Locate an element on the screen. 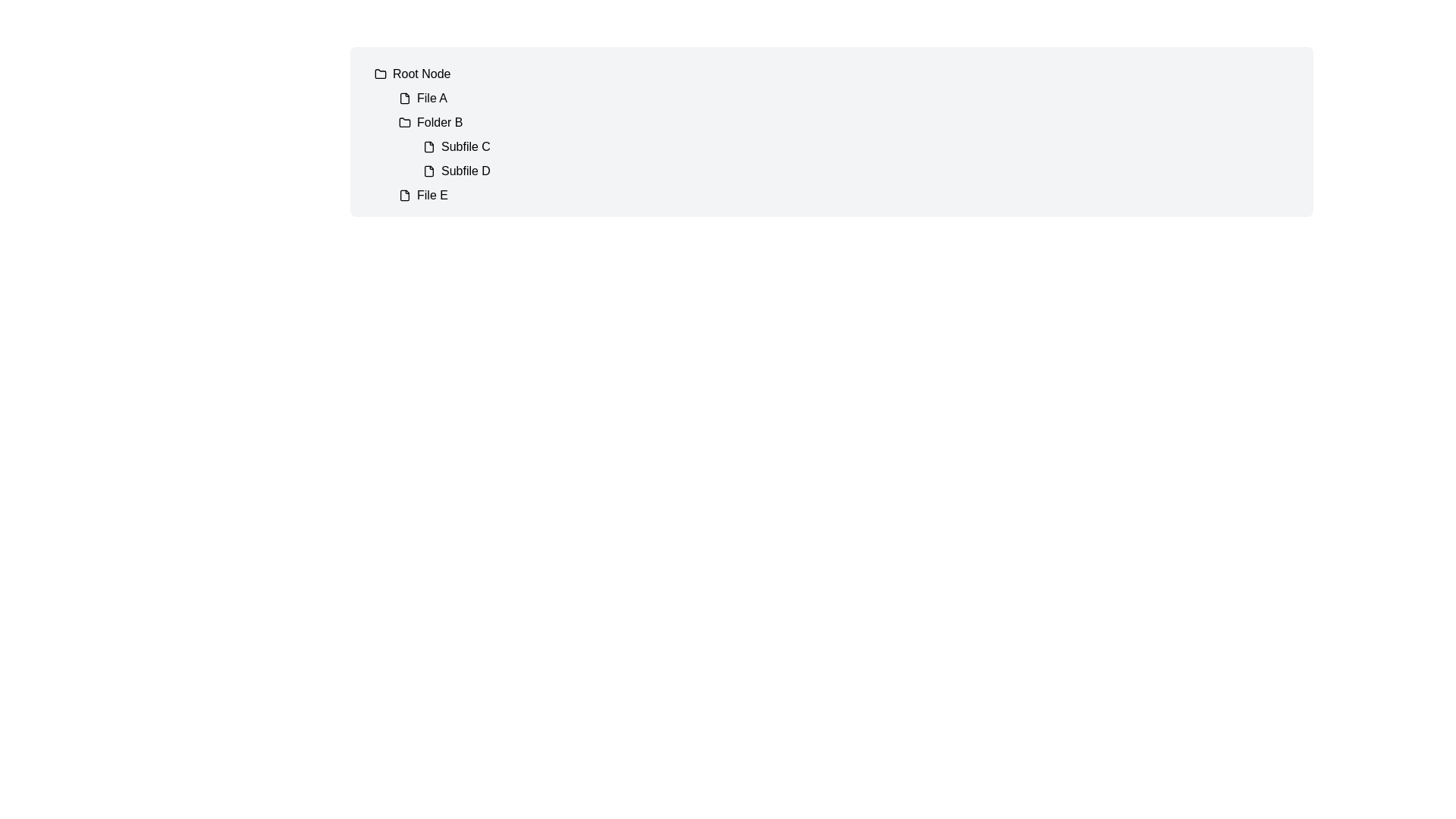 The width and height of the screenshot is (1456, 819). the folder icon which is an open folder graphic with rounded edges, located directly preceding the text 'Folder B' in the hierarchical list under 'Root Node' is located at coordinates (381, 73).